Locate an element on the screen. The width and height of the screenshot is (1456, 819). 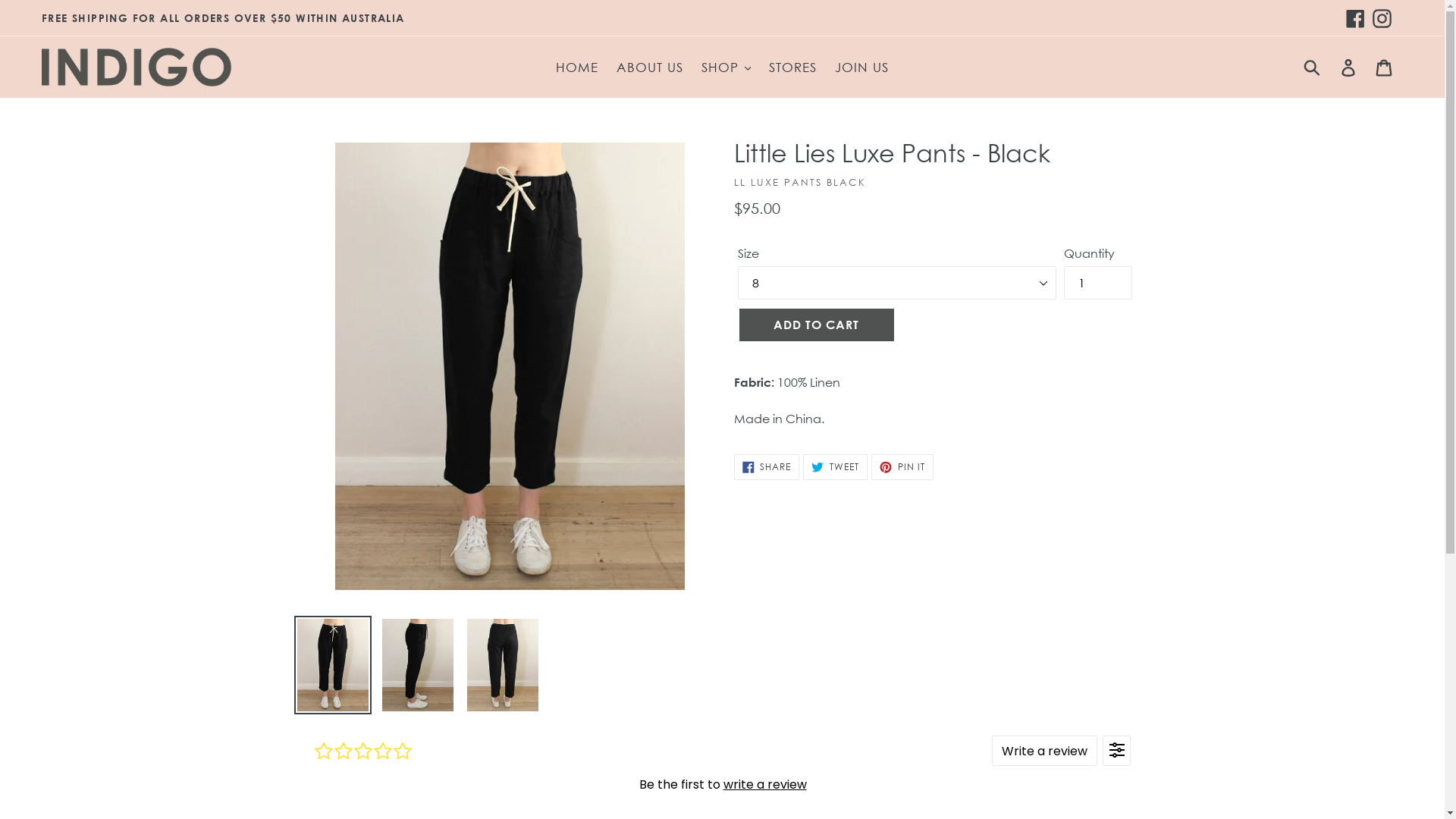
'TWEET is located at coordinates (834, 466).